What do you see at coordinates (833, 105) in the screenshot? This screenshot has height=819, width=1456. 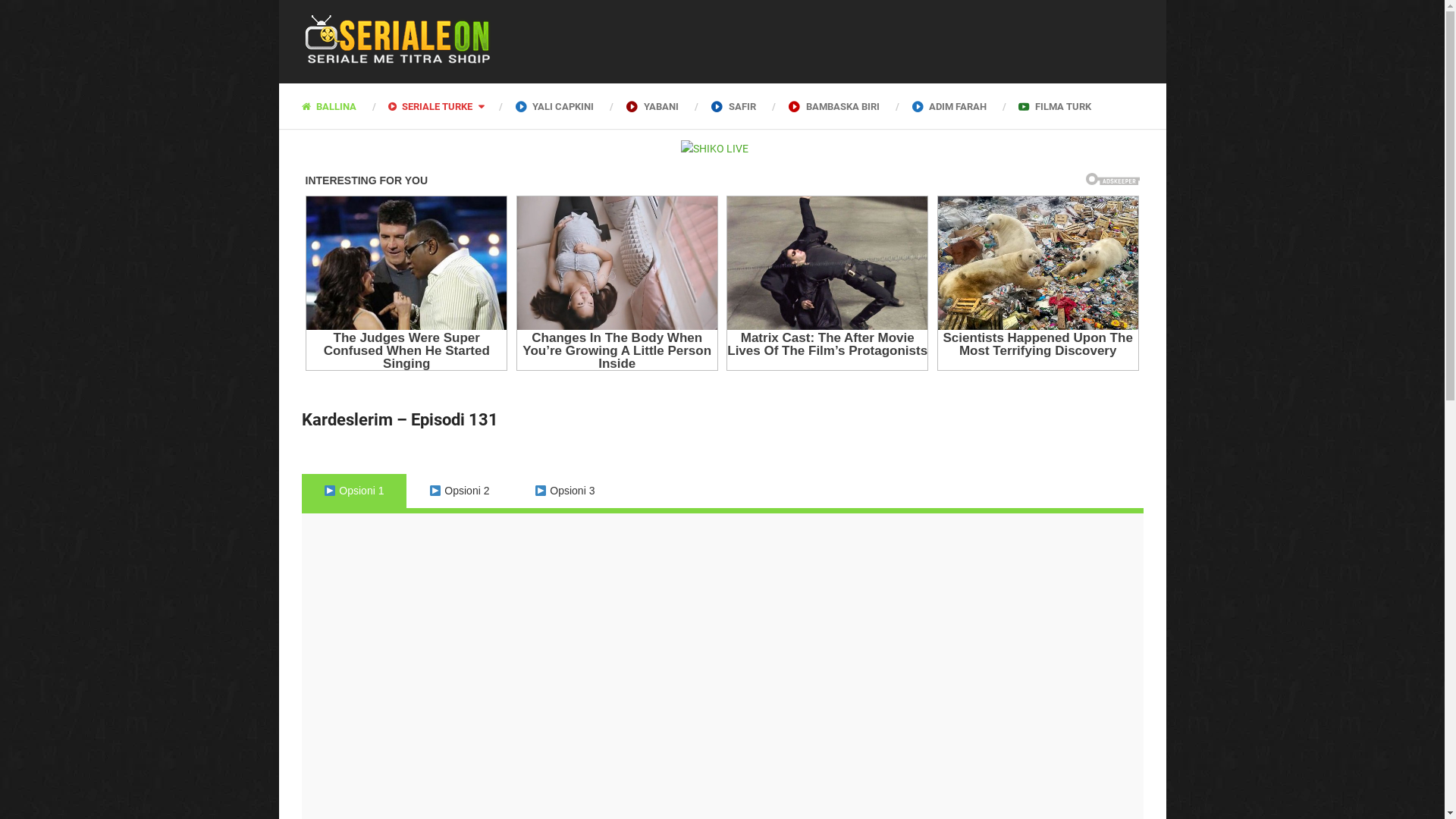 I see `'BAMBASKA BIRI'` at bounding box center [833, 105].